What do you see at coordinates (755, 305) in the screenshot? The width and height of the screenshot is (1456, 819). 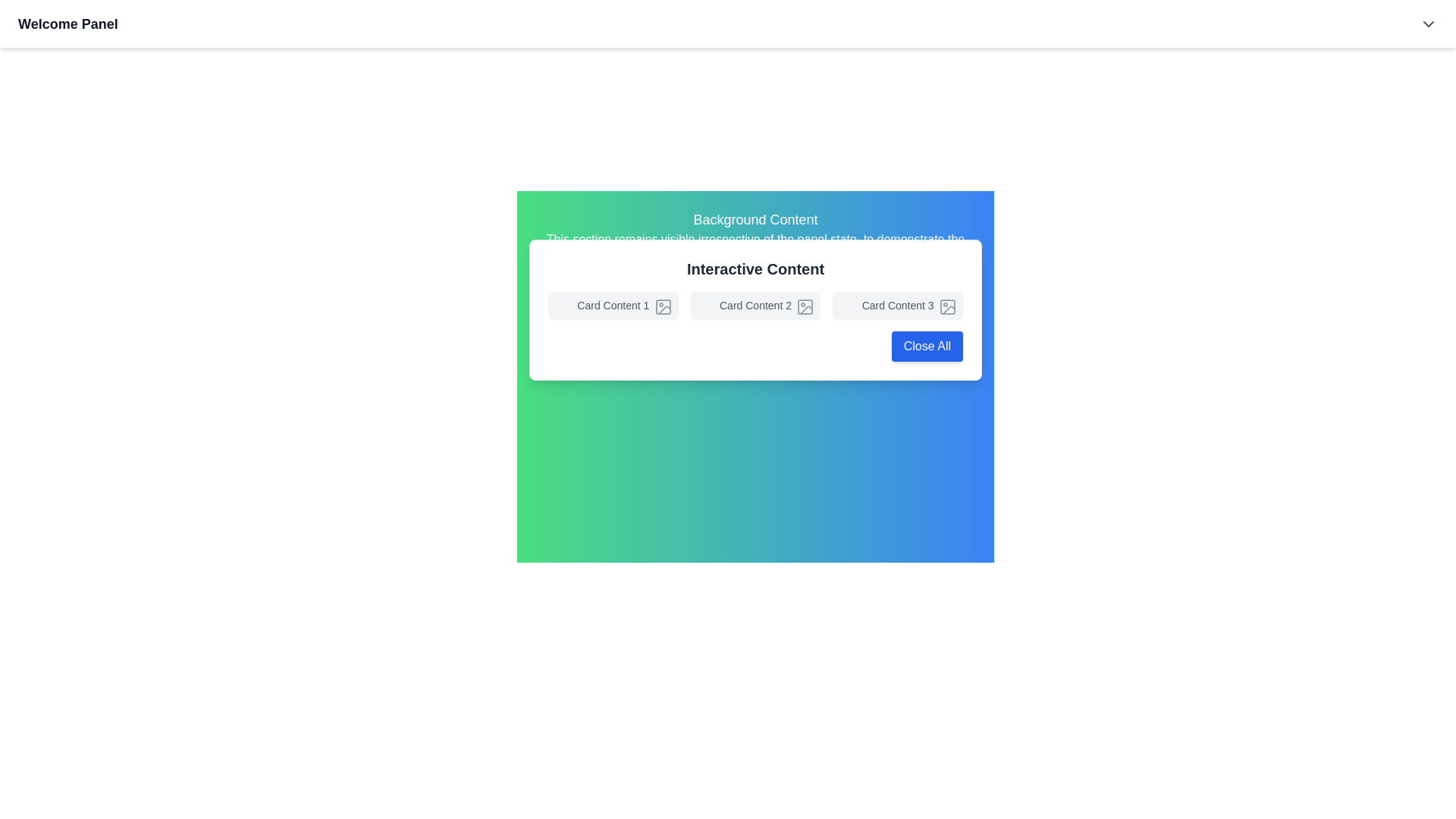 I see `the card component in the grid layout that is centered beneath the 'Interactive Content' text and above the 'Close All' button to interact with it` at bounding box center [755, 305].